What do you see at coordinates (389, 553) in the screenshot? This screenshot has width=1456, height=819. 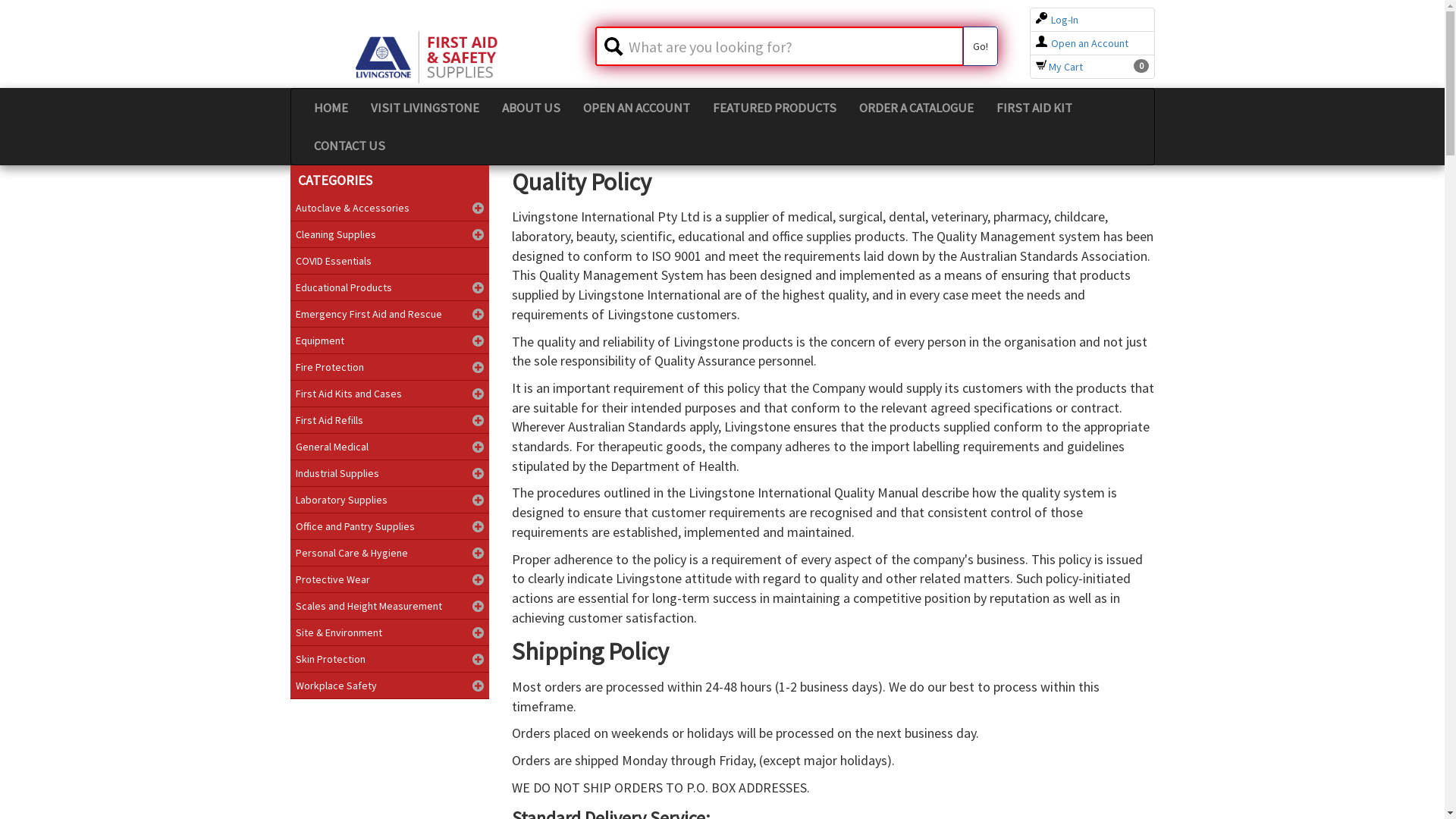 I see `'Personal Care & Hygiene'` at bounding box center [389, 553].